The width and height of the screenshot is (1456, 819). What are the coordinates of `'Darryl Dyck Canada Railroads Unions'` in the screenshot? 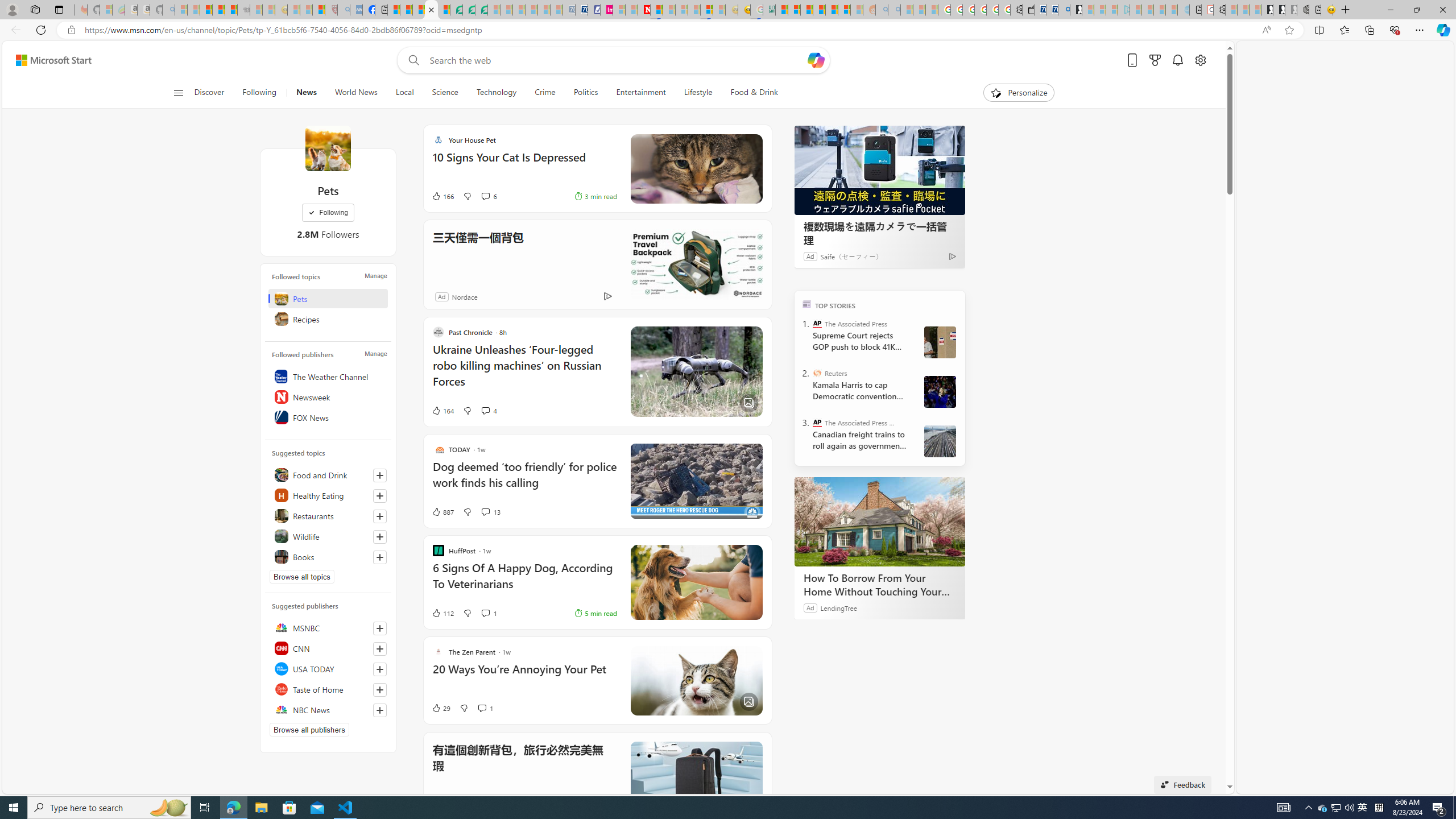 It's located at (940, 440).